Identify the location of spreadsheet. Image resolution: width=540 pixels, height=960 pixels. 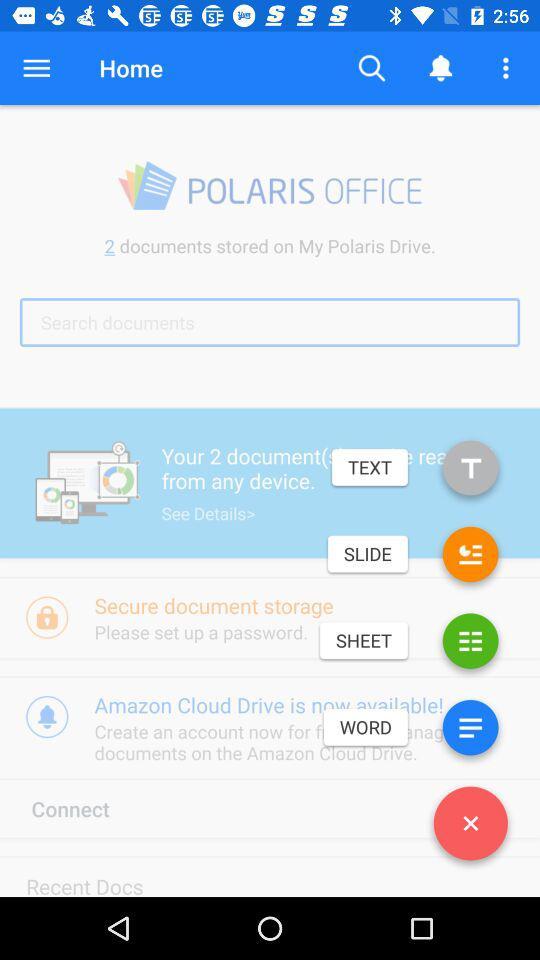
(470, 644).